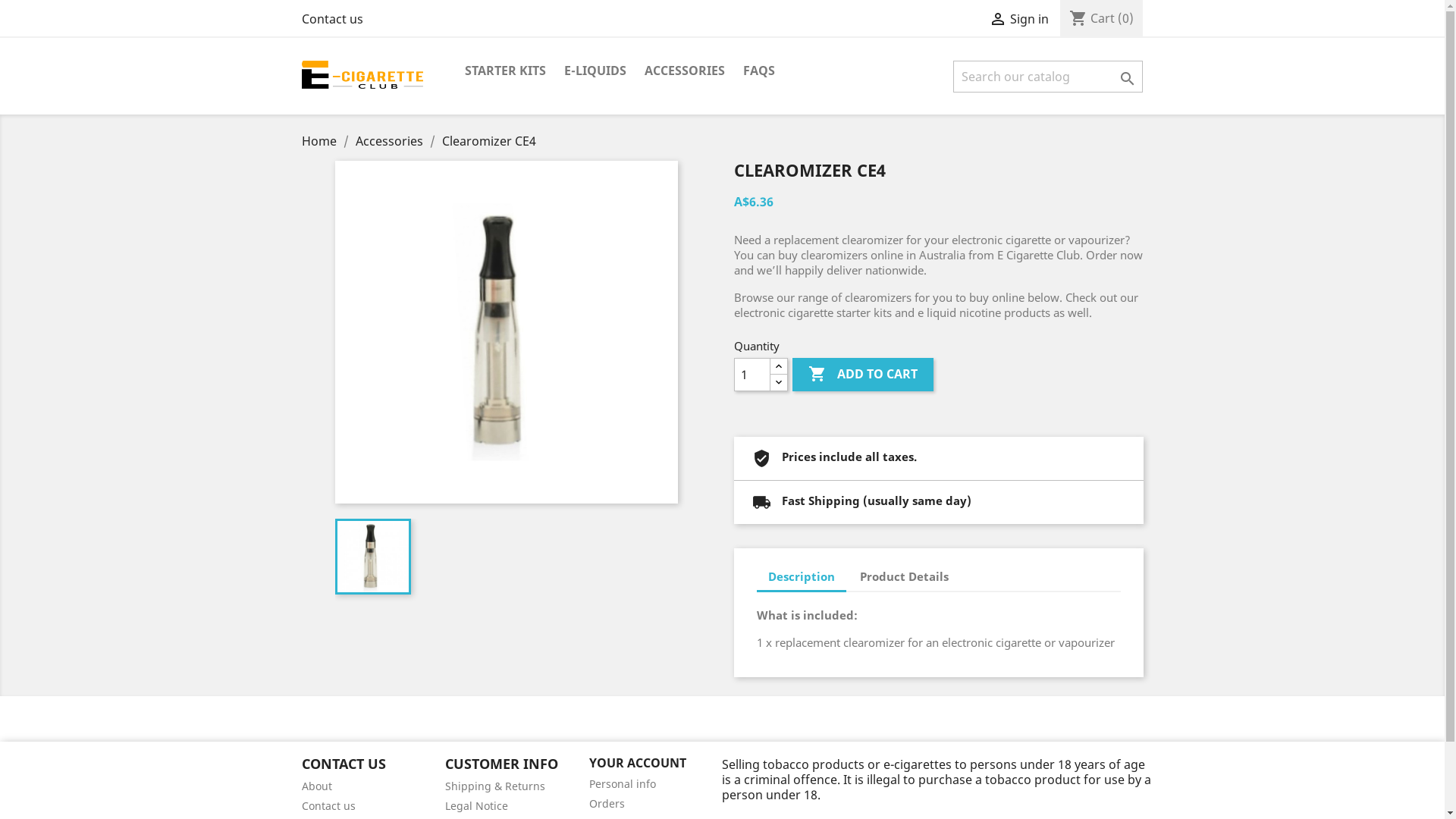 The image size is (1456, 819). I want to click on 'Description', so click(800, 578).